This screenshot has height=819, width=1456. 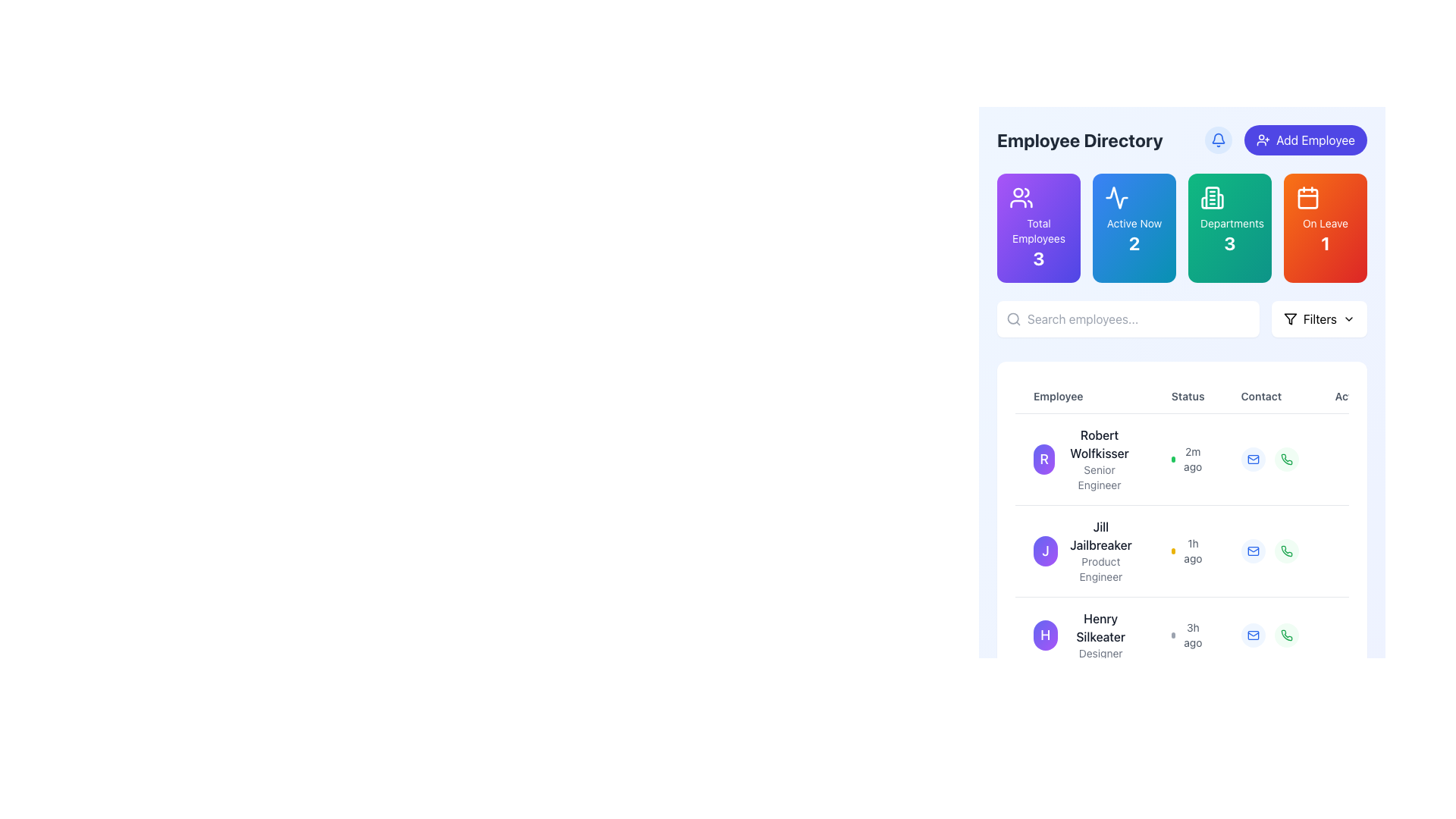 What do you see at coordinates (1187, 458) in the screenshot?
I see `the status indicator icon for employee 'Robert Wolfkisser', which shows recent activity status and is right-aligned in the 'Status' column of the employee table` at bounding box center [1187, 458].